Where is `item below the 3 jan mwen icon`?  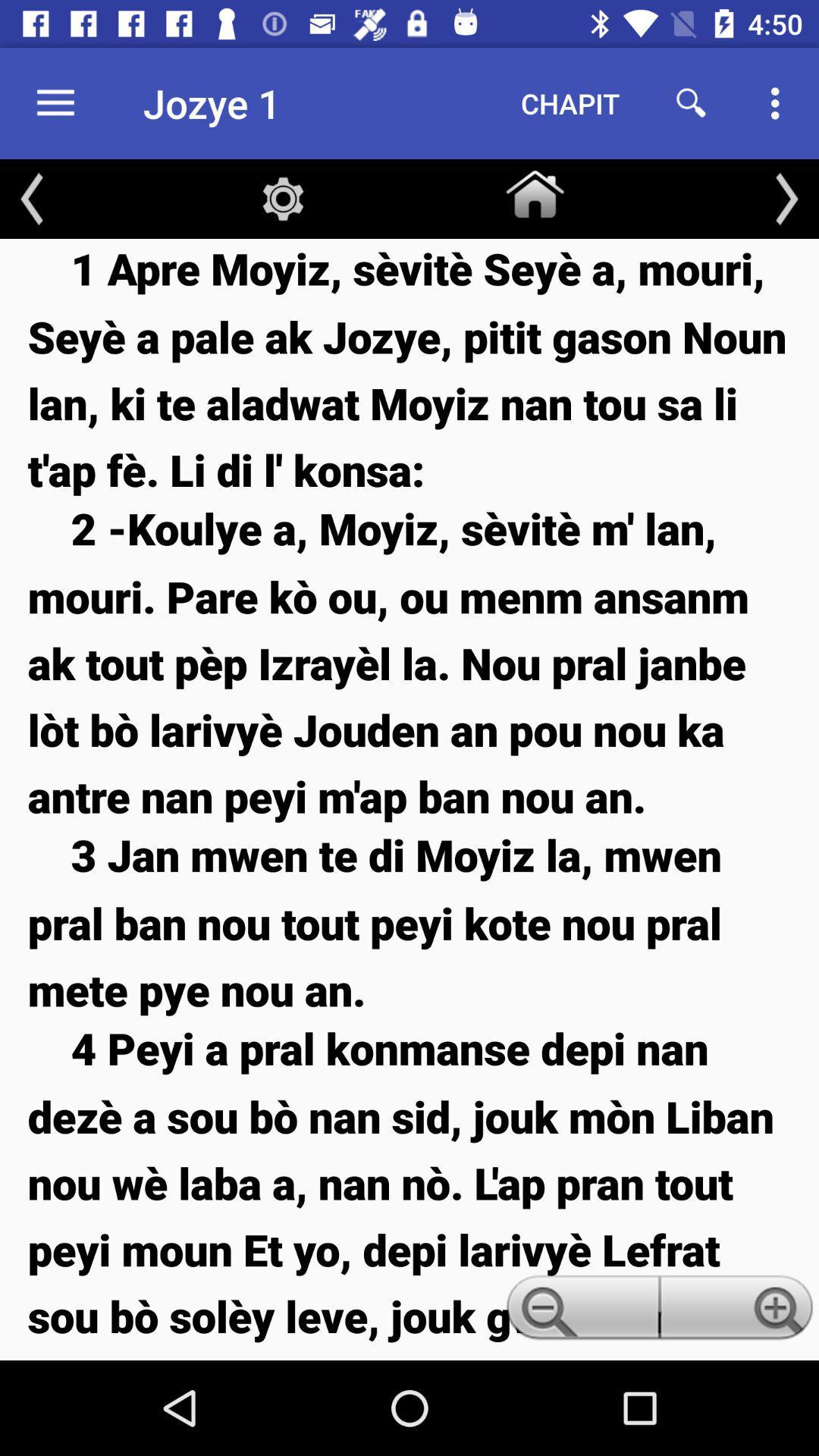
item below the 3 jan mwen icon is located at coordinates (579, 1311).